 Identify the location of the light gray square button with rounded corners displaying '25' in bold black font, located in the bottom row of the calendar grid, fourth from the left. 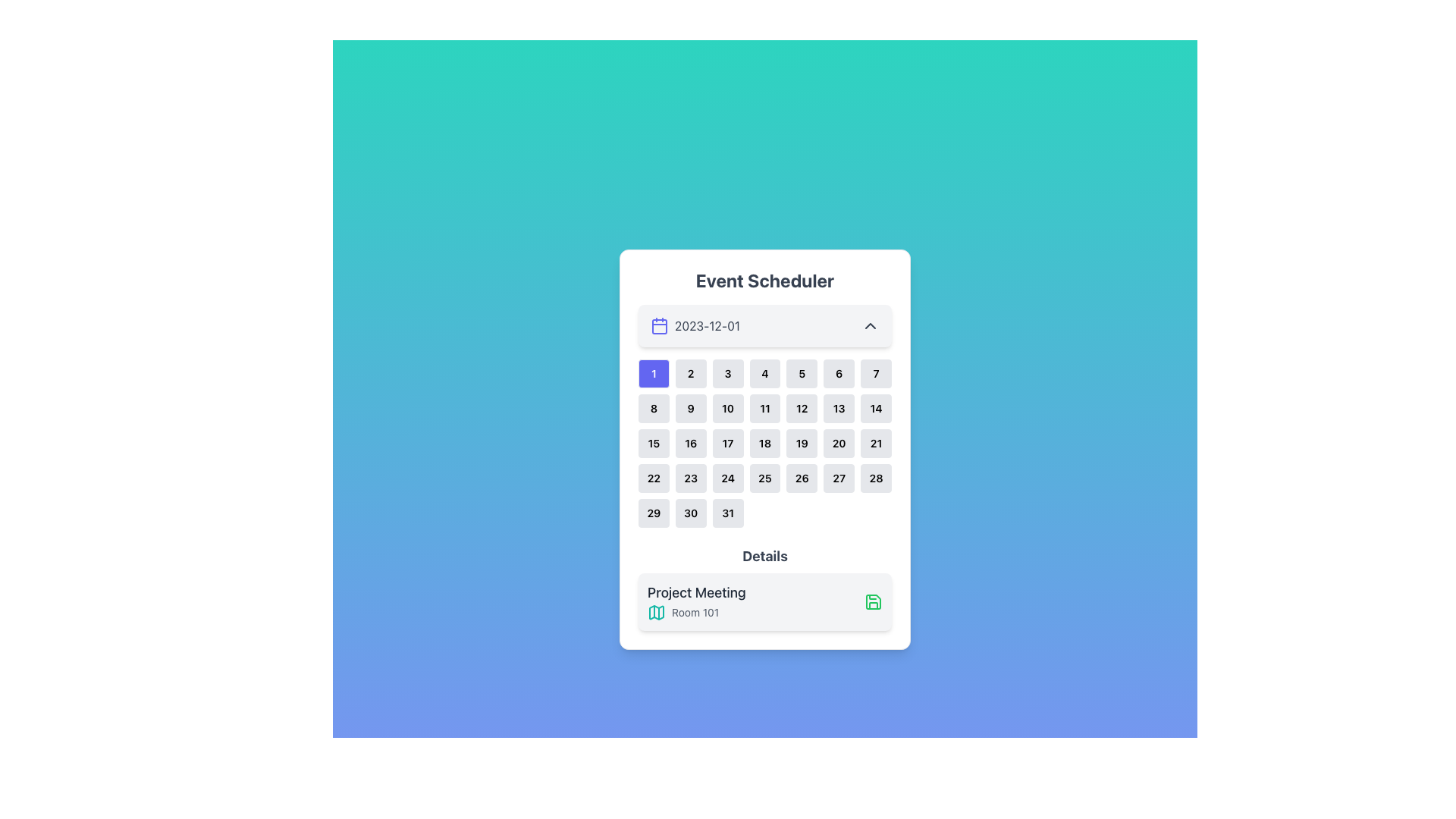
(764, 479).